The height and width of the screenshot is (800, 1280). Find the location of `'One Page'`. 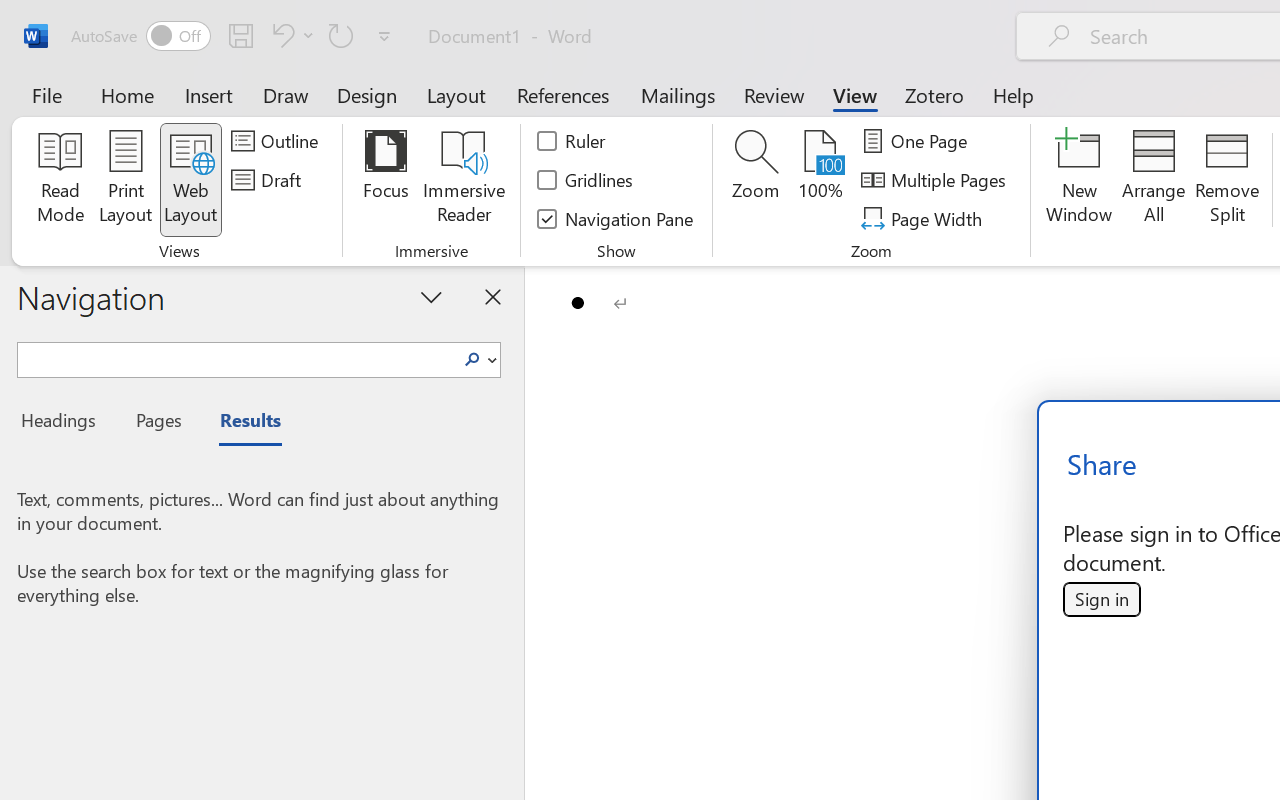

'One Page' is located at coordinates (916, 141).